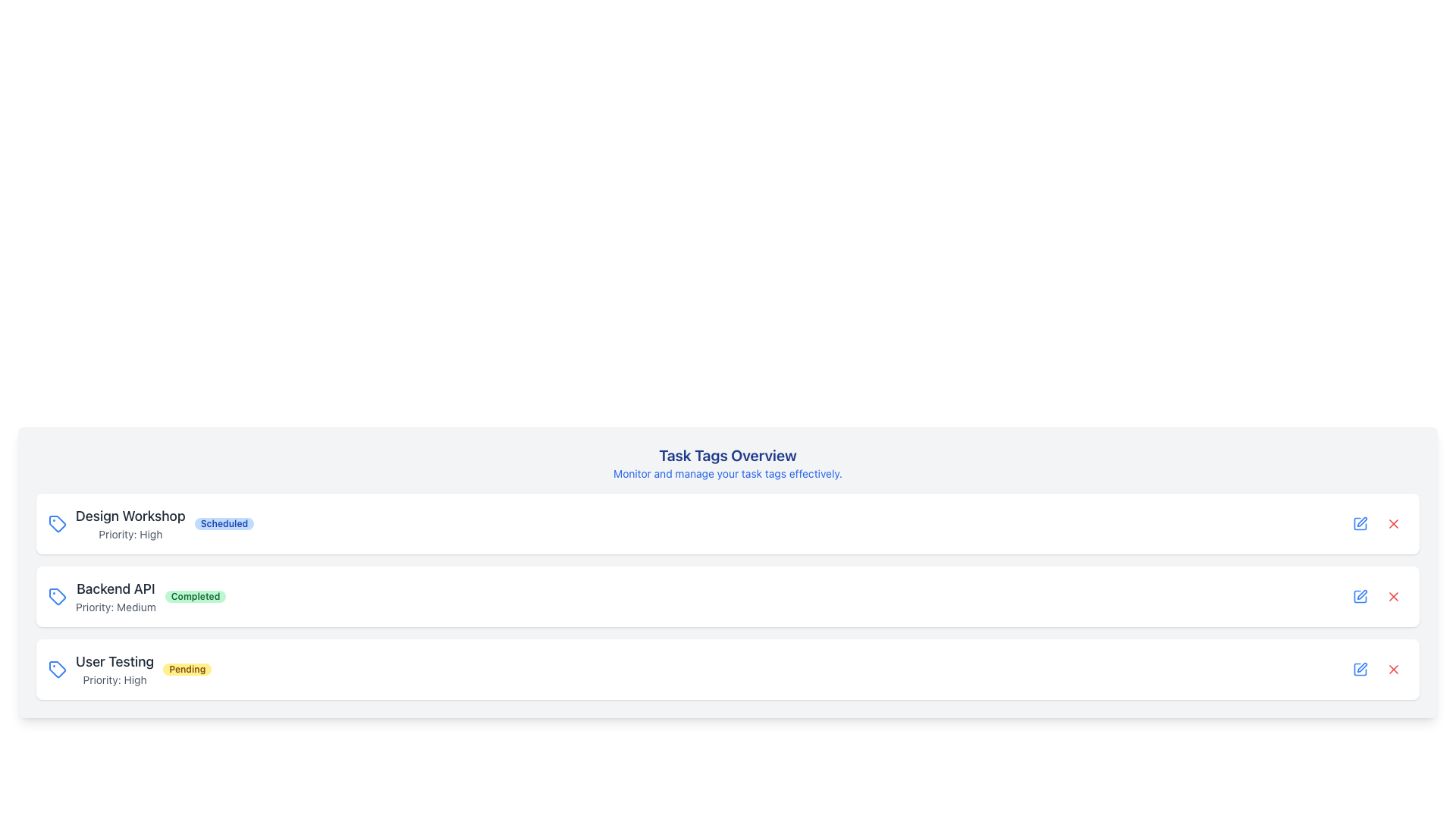  Describe the element at coordinates (115, 607) in the screenshot. I see `static text label displaying 'Priority: Medium' located below 'Backend API' to understand the task's priority level` at that location.